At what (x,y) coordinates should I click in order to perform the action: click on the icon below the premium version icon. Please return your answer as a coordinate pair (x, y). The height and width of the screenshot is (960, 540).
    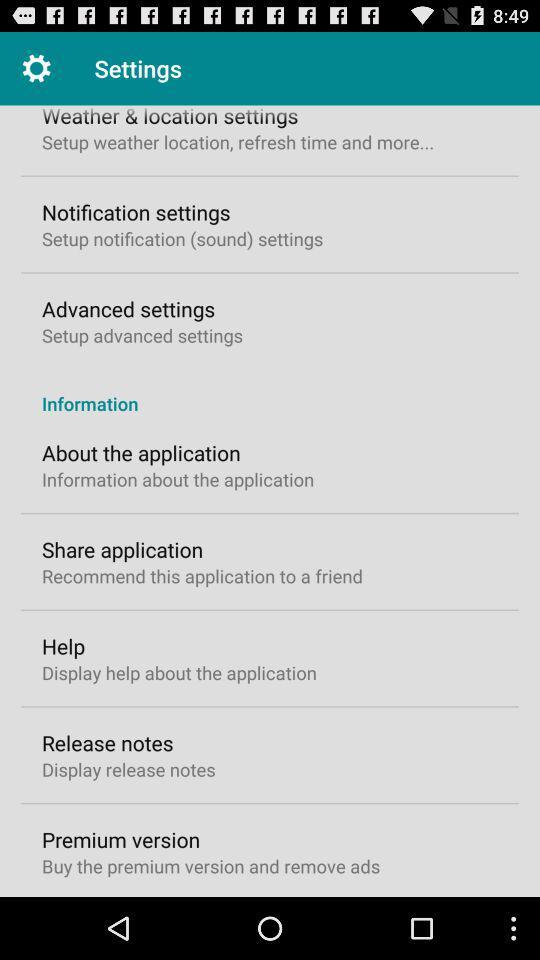
    Looking at the image, I should click on (210, 865).